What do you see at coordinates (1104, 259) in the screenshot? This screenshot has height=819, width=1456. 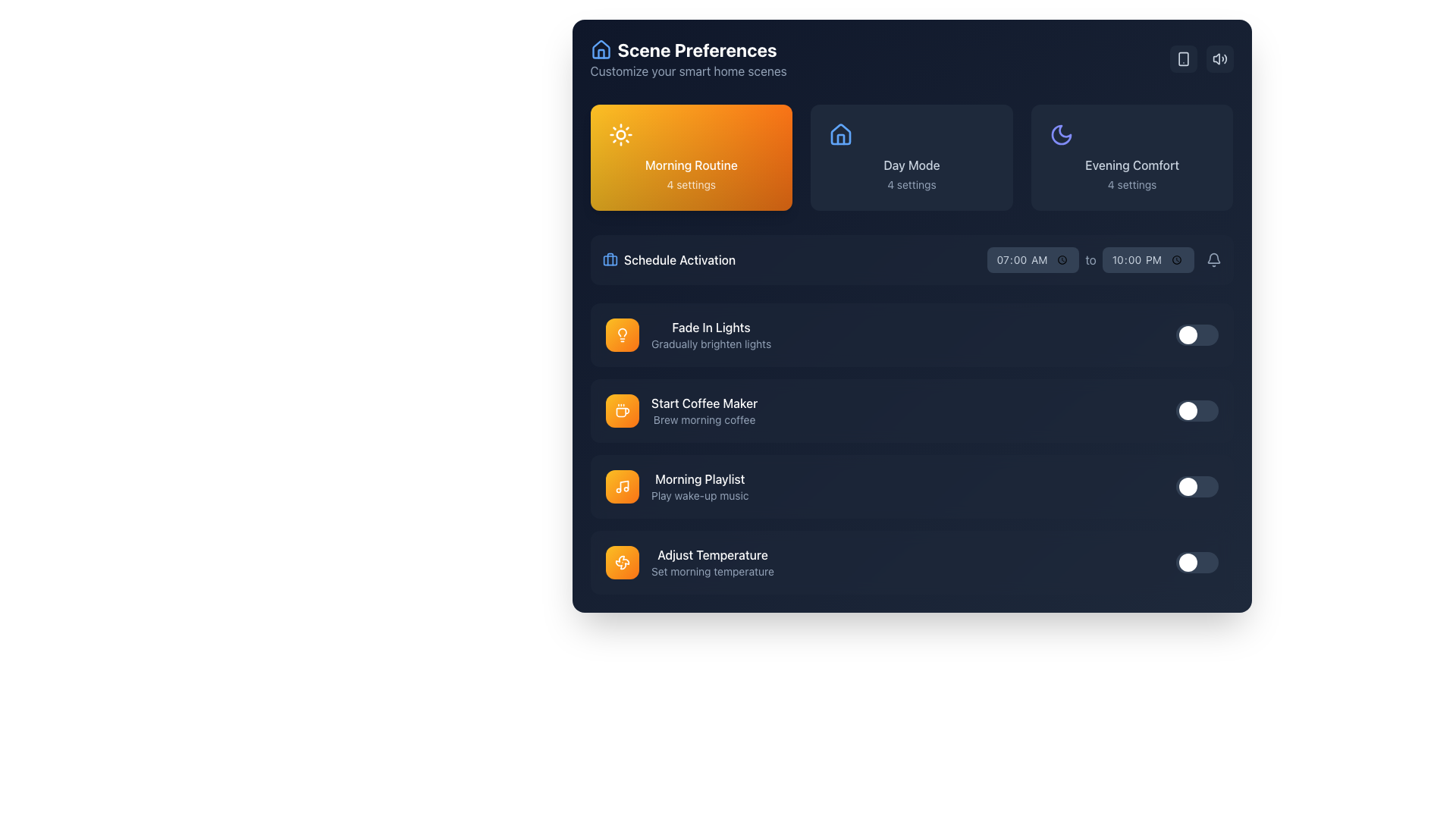 I see `the static text element displaying the word 'to' located between two time interval boxes in the 'Schedule Activation' section` at bounding box center [1104, 259].